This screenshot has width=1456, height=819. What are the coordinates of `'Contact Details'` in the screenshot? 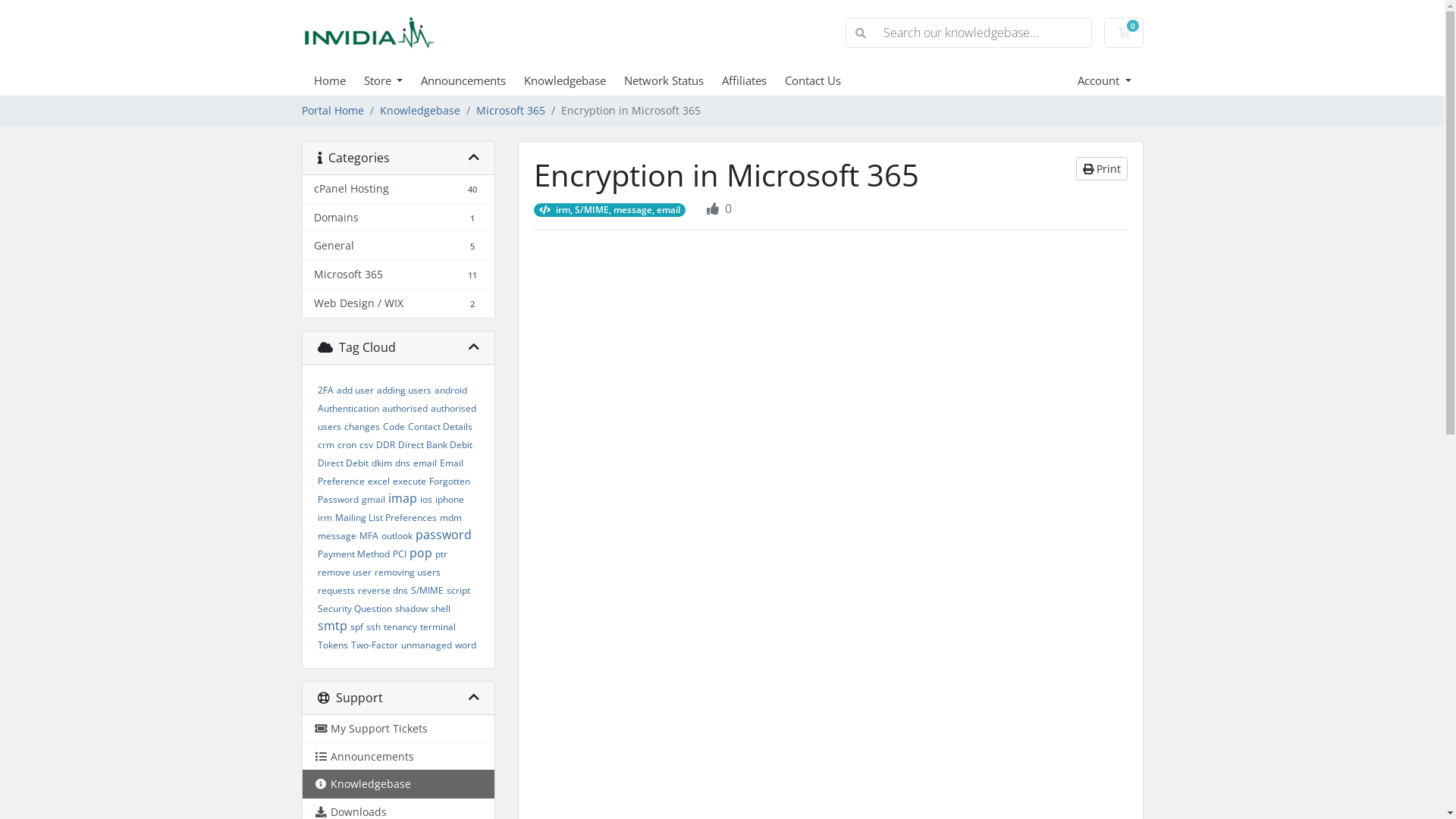 It's located at (439, 426).